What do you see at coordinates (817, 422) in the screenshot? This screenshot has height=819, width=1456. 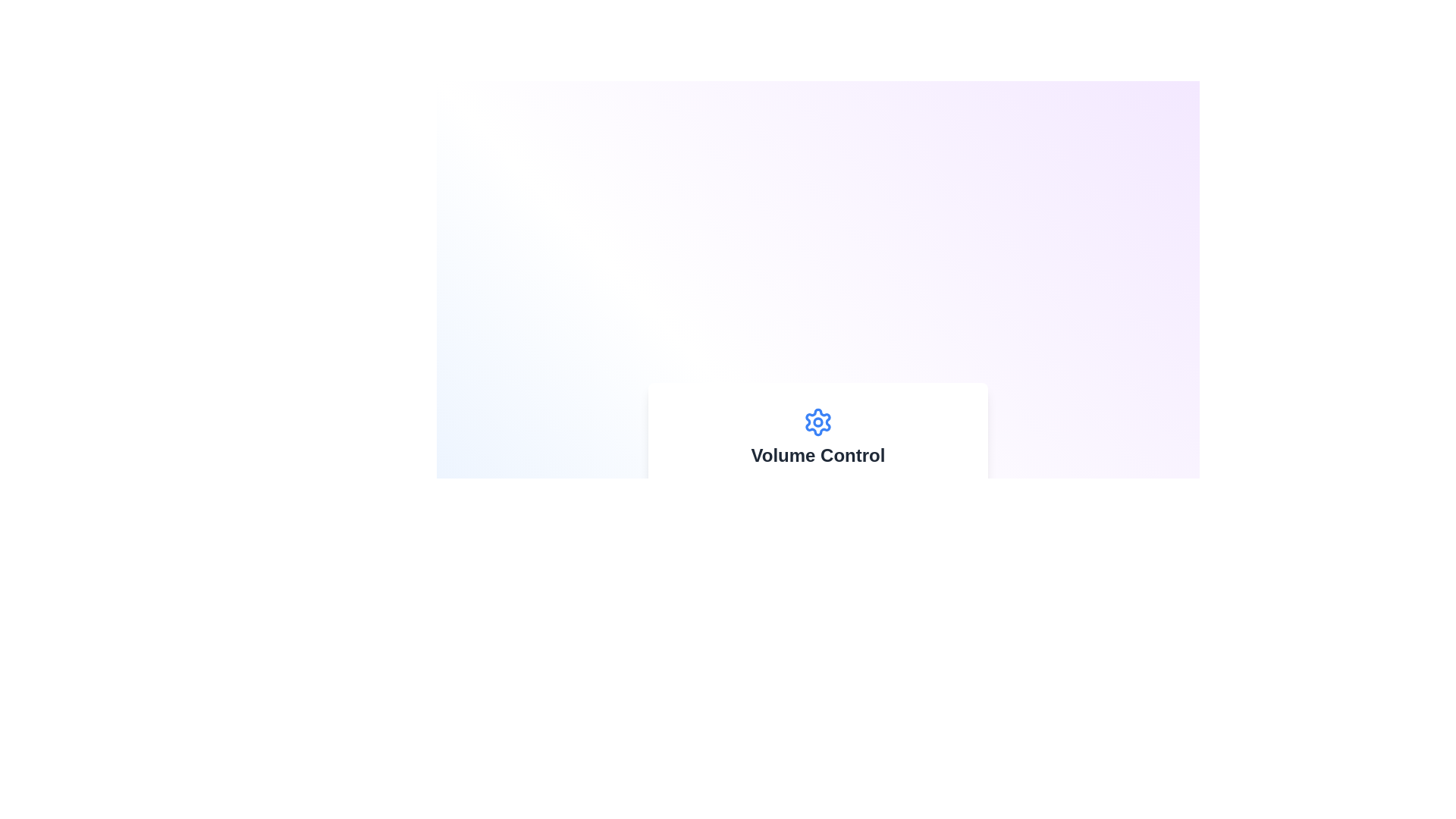 I see `the settings icon represented within the SVG graphics tag, which is situated directly above the 'Volume Control' text` at bounding box center [817, 422].